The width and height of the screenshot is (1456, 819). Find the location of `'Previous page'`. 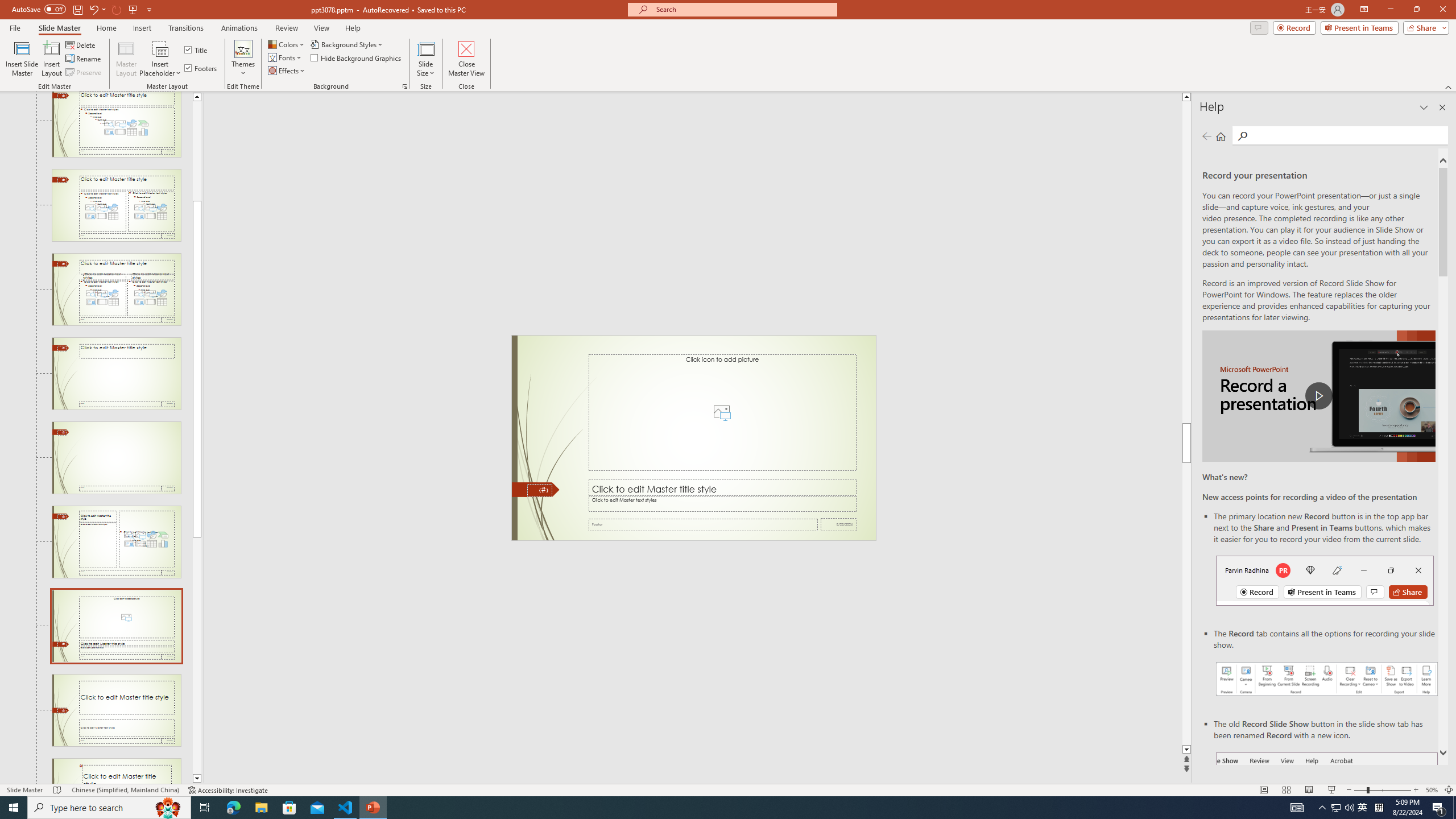

'Previous page' is located at coordinates (1206, 135).